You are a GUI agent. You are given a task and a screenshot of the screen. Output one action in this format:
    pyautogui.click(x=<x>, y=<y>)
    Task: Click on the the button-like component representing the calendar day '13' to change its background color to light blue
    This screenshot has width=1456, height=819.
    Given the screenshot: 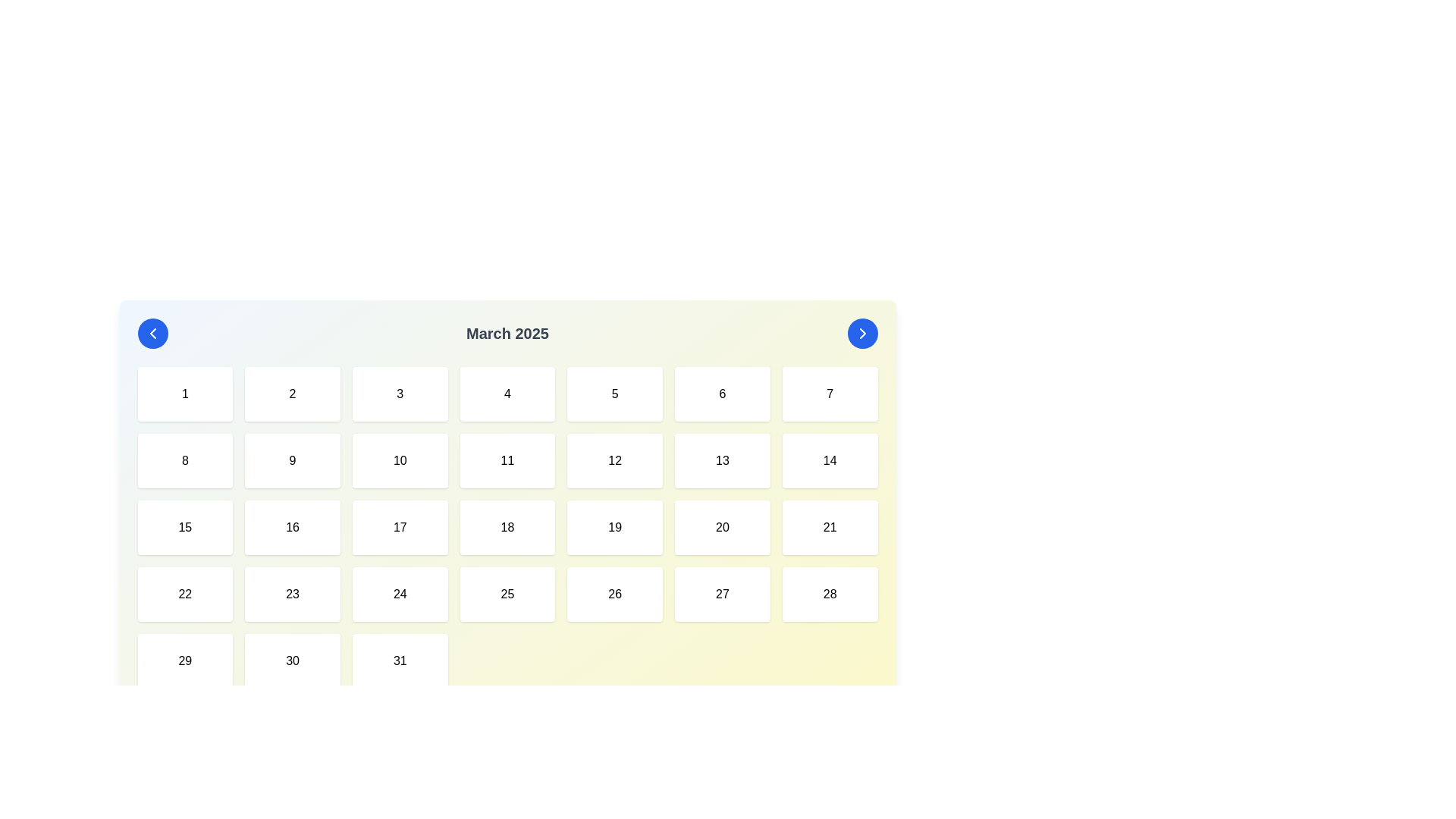 What is the action you would take?
    pyautogui.click(x=721, y=460)
    